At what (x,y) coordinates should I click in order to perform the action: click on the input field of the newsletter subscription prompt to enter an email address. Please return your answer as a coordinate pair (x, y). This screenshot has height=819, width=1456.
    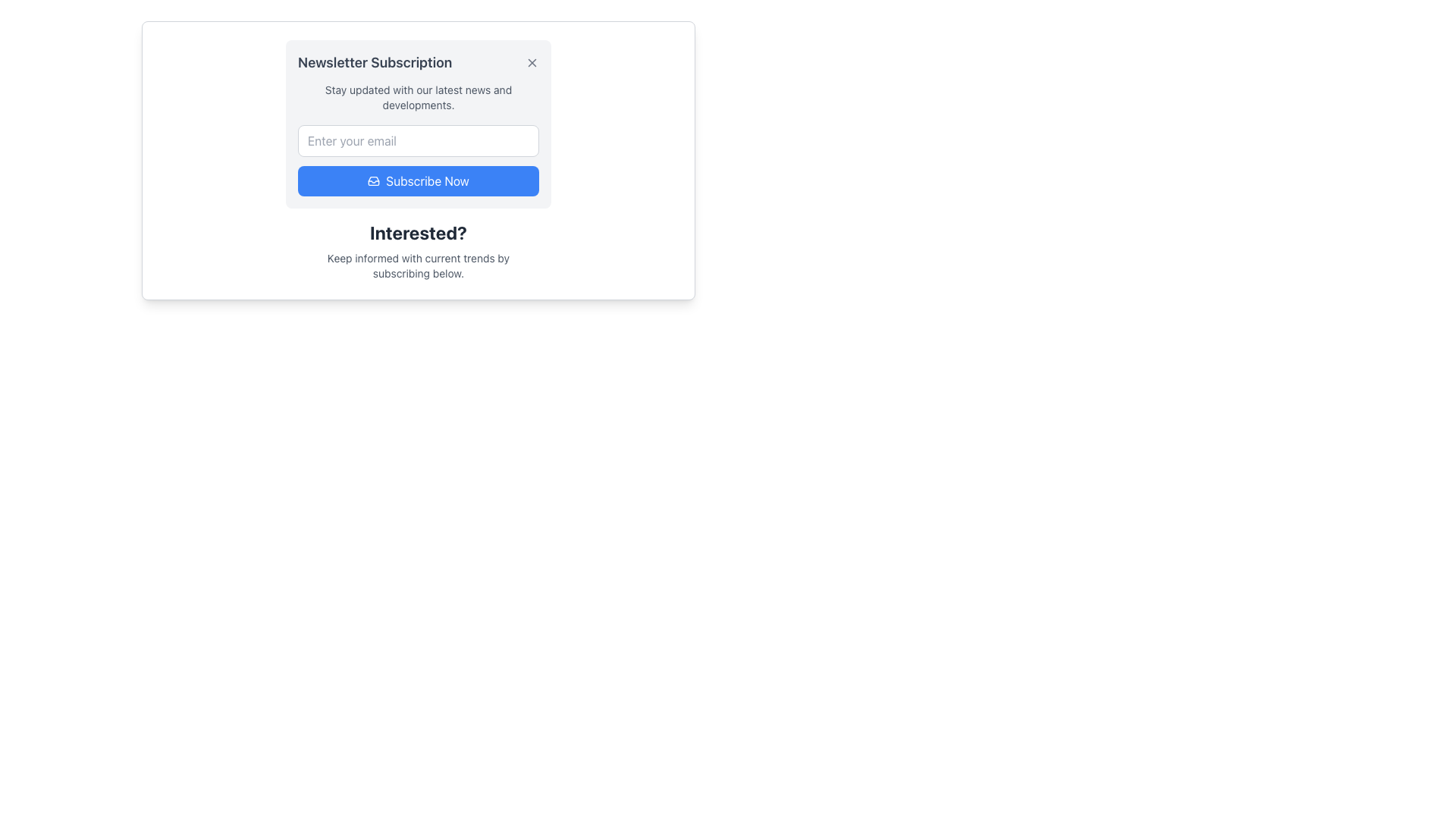
    Looking at the image, I should click on (419, 124).